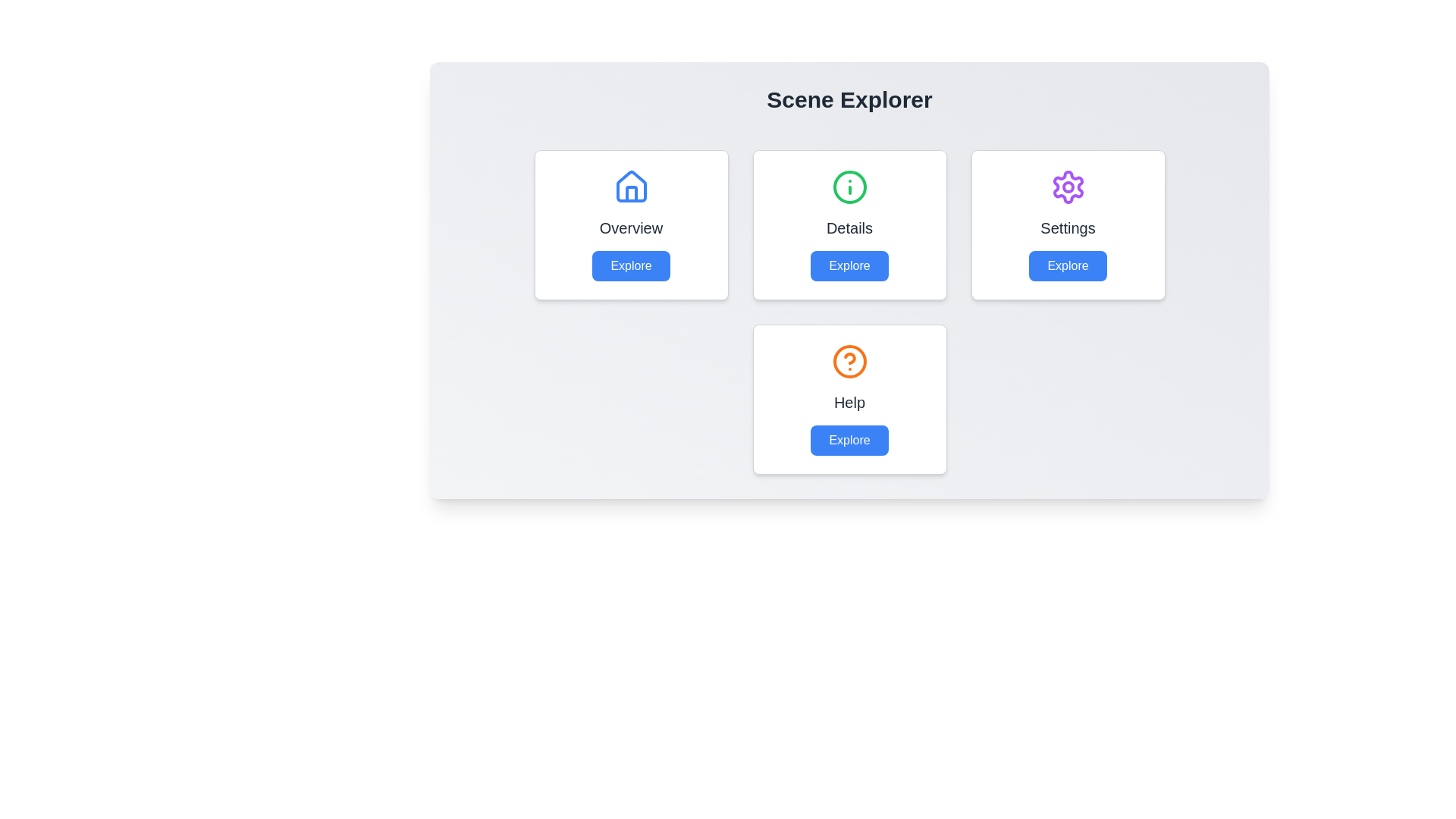  Describe the element at coordinates (1067, 186) in the screenshot. I see `the SVG Circle Element located at the center of the gear icon in the top-right corner of the 'Scene Explorer' interface, which is associated with settings functionality` at that location.